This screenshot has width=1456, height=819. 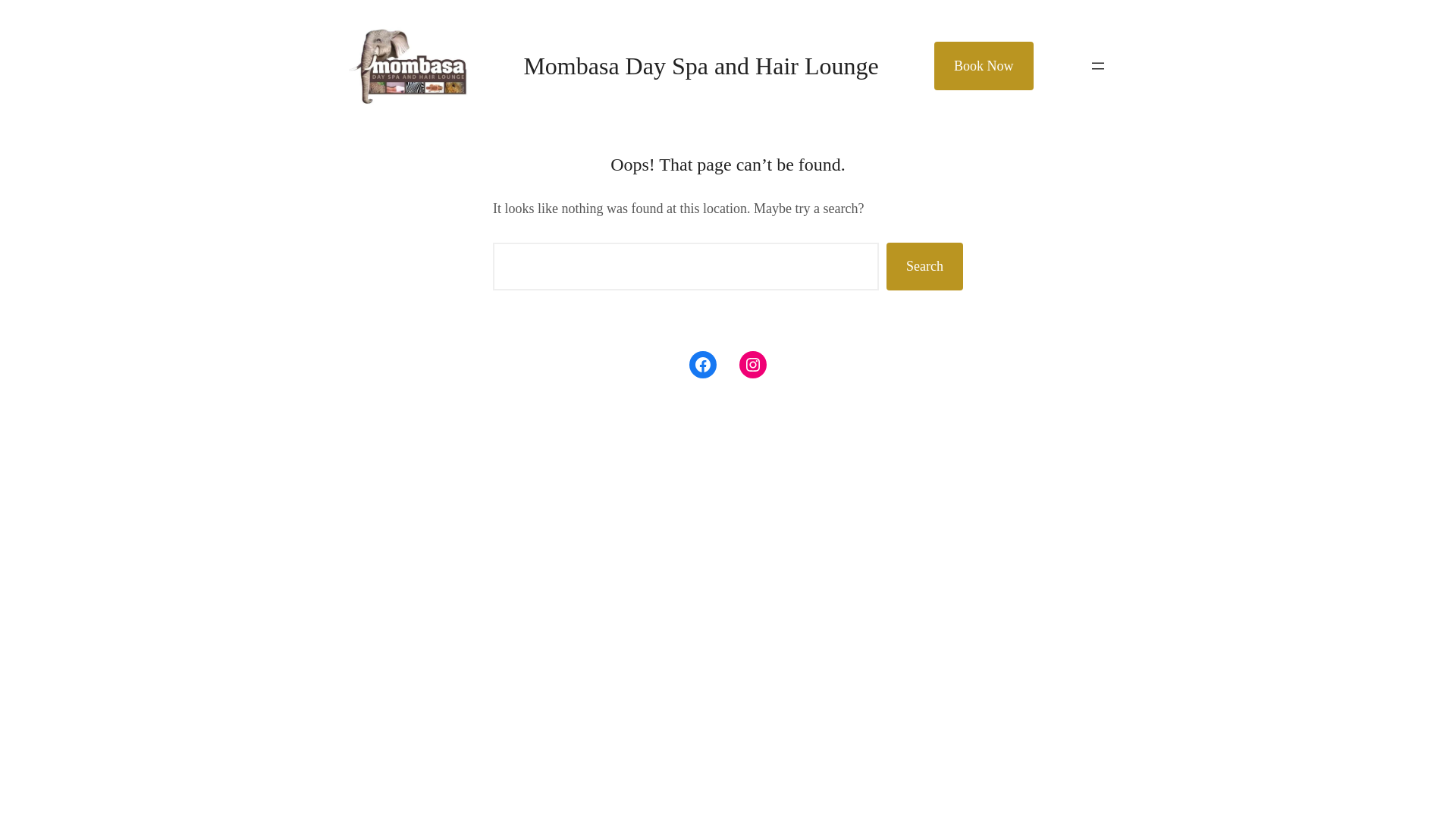 I want to click on 'Search', so click(x=886, y=265).